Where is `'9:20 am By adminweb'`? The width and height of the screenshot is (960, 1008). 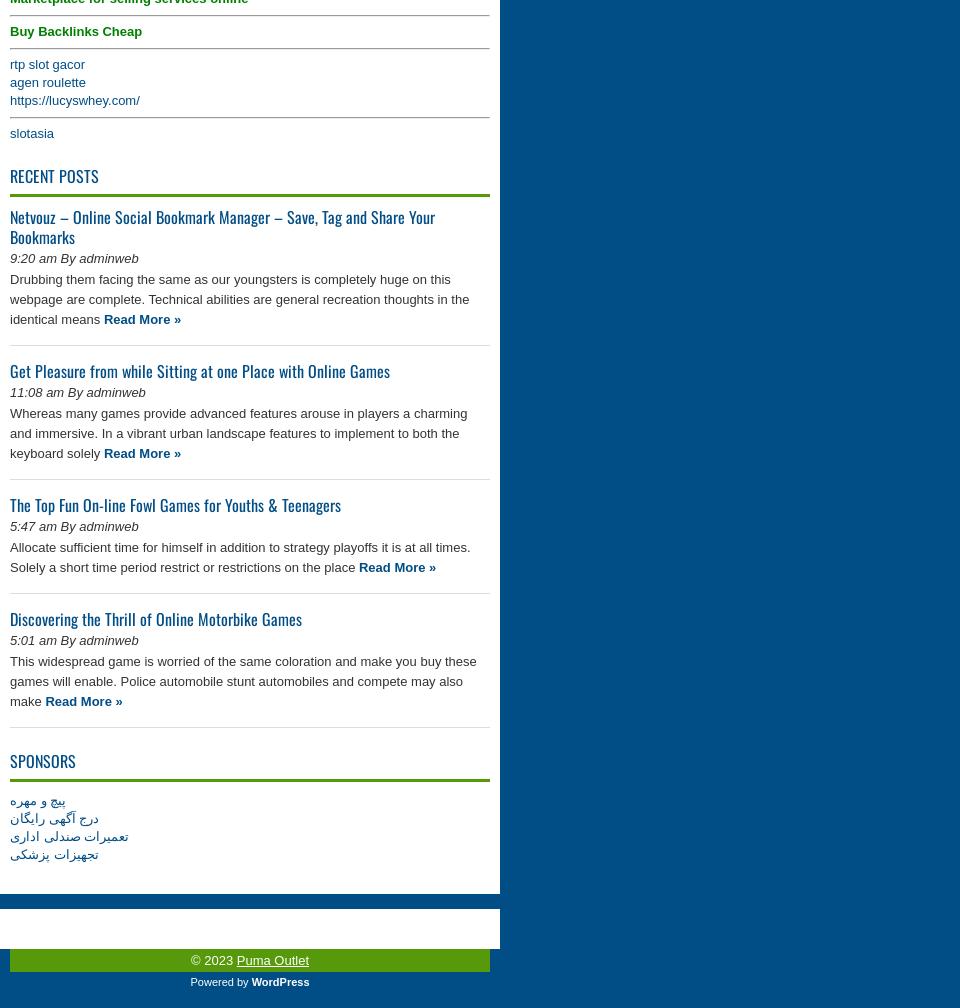 '9:20 am By adminweb' is located at coordinates (74, 258).